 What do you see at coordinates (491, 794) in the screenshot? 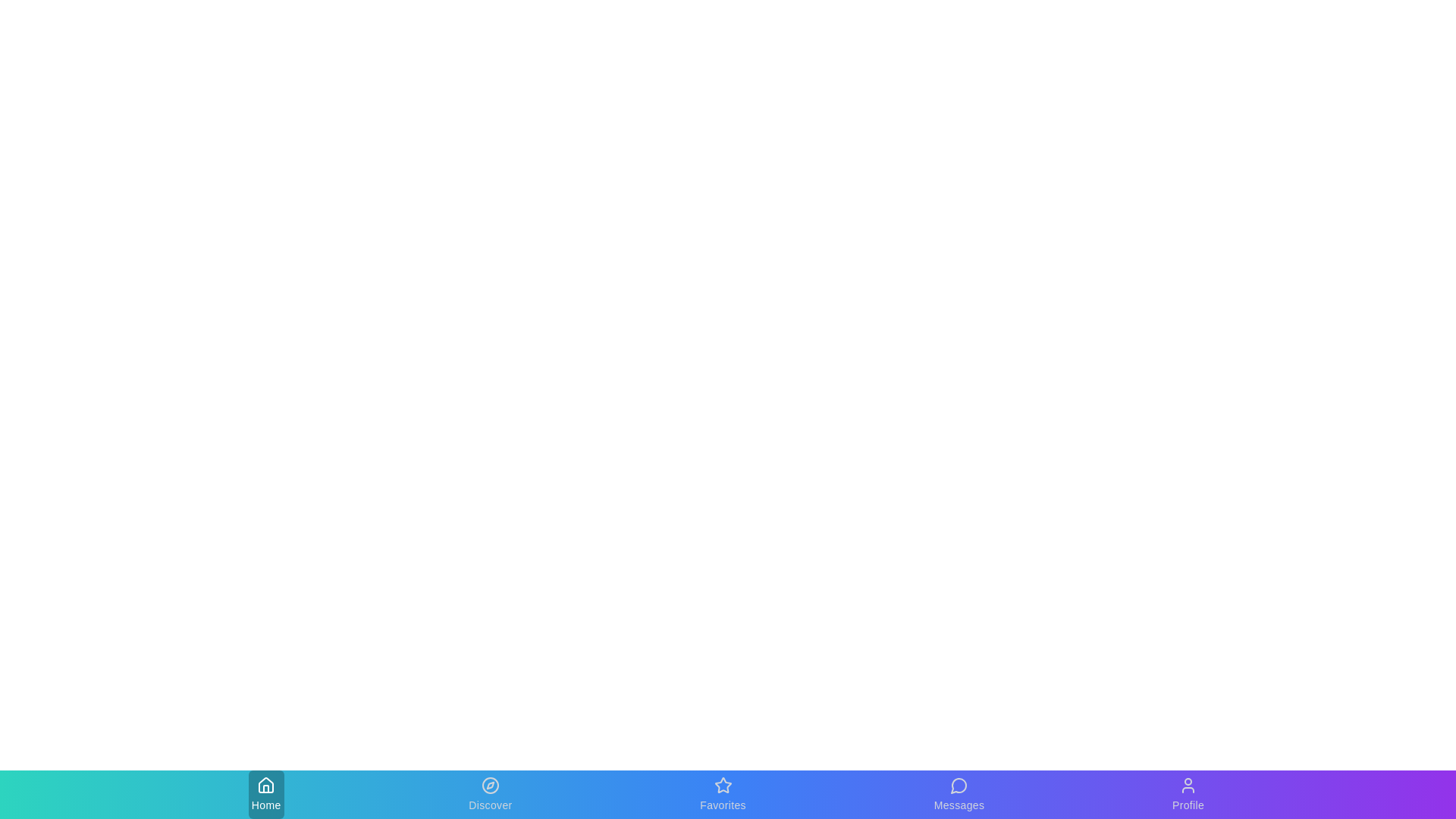
I see `the Discover tab in the bottom navigation bar` at bounding box center [491, 794].